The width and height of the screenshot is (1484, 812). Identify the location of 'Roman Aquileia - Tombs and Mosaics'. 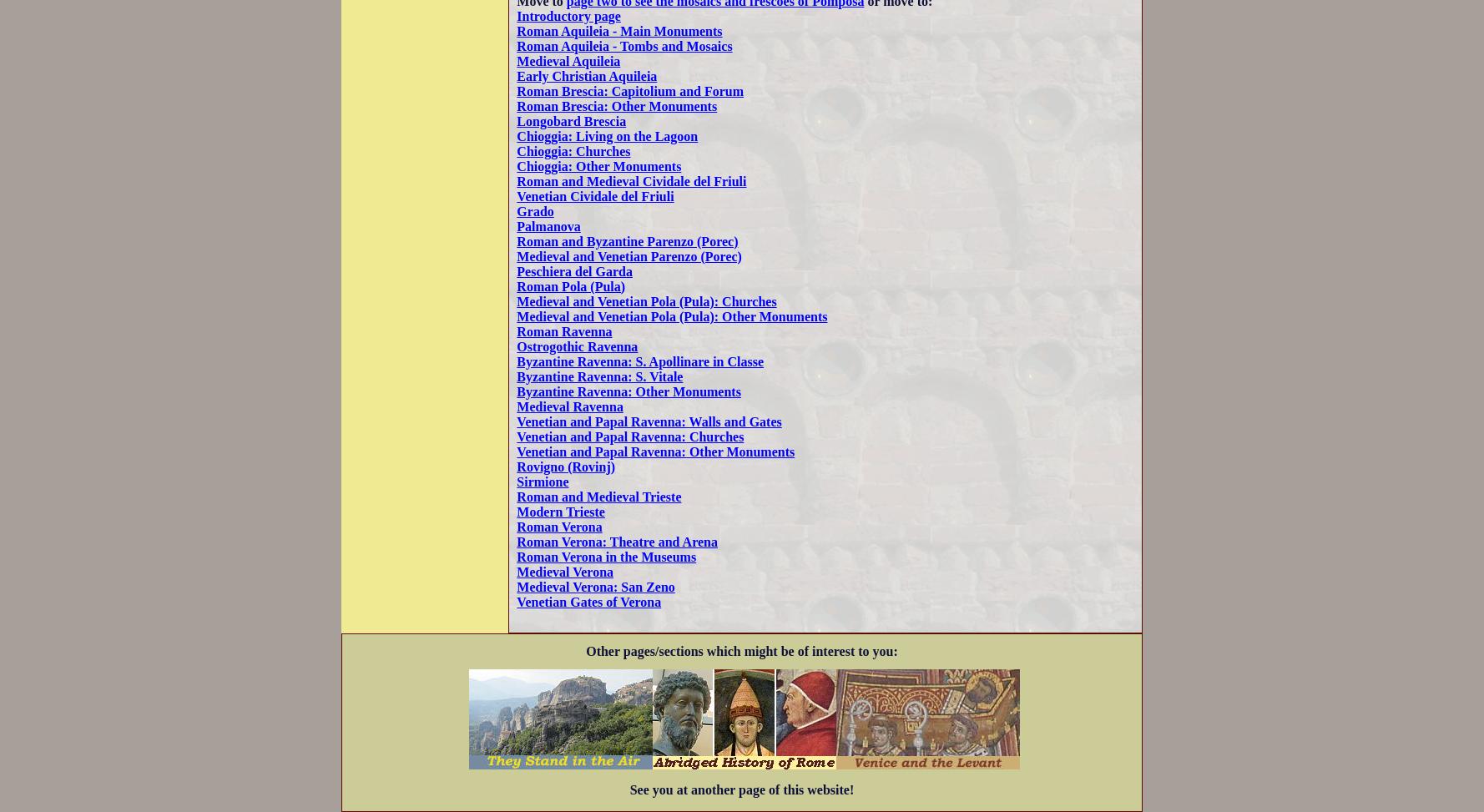
(623, 45).